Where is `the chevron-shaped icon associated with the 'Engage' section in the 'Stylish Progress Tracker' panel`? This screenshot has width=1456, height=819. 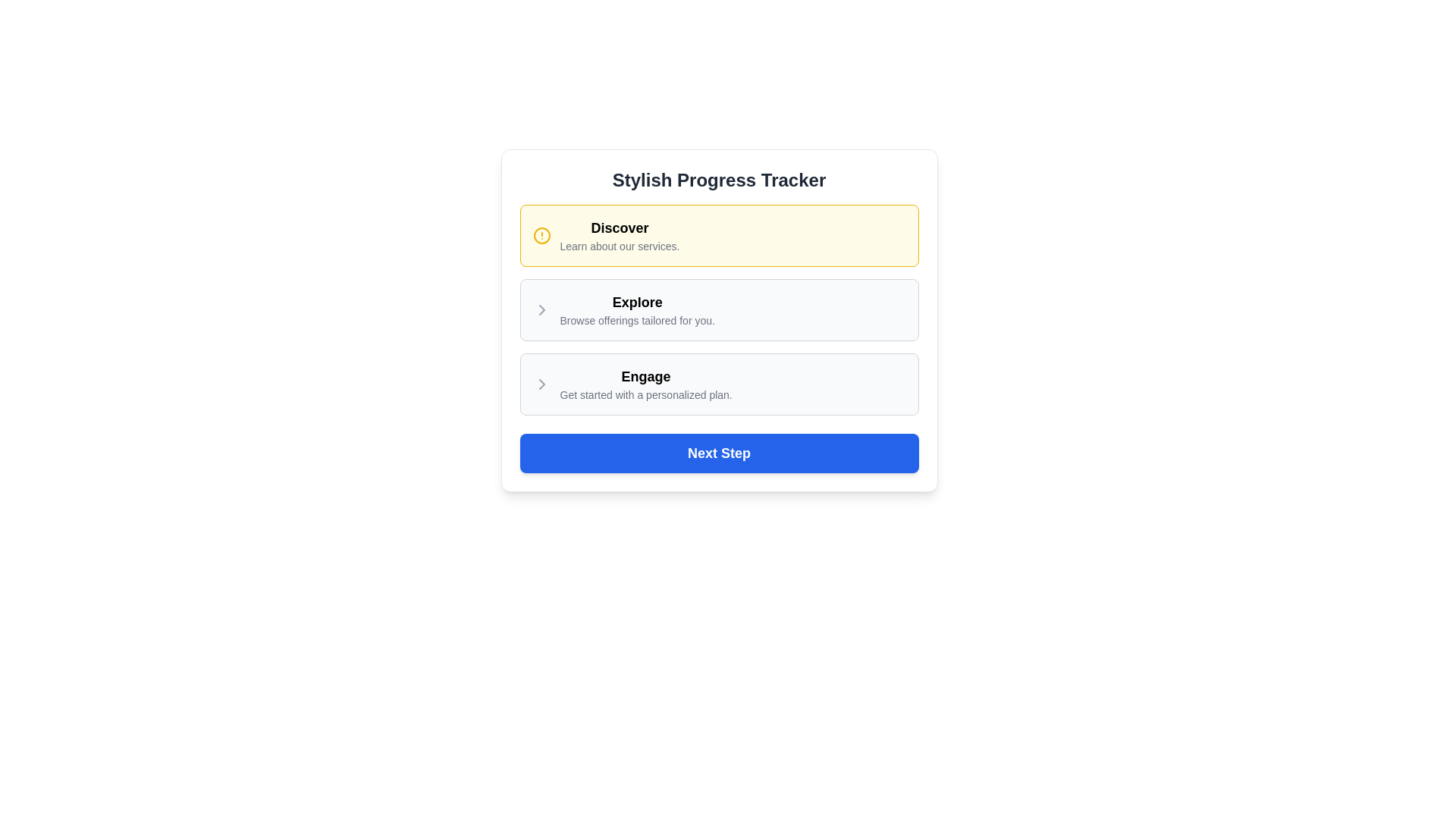 the chevron-shaped icon associated with the 'Engage' section in the 'Stylish Progress Tracker' panel is located at coordinates (541, 309).